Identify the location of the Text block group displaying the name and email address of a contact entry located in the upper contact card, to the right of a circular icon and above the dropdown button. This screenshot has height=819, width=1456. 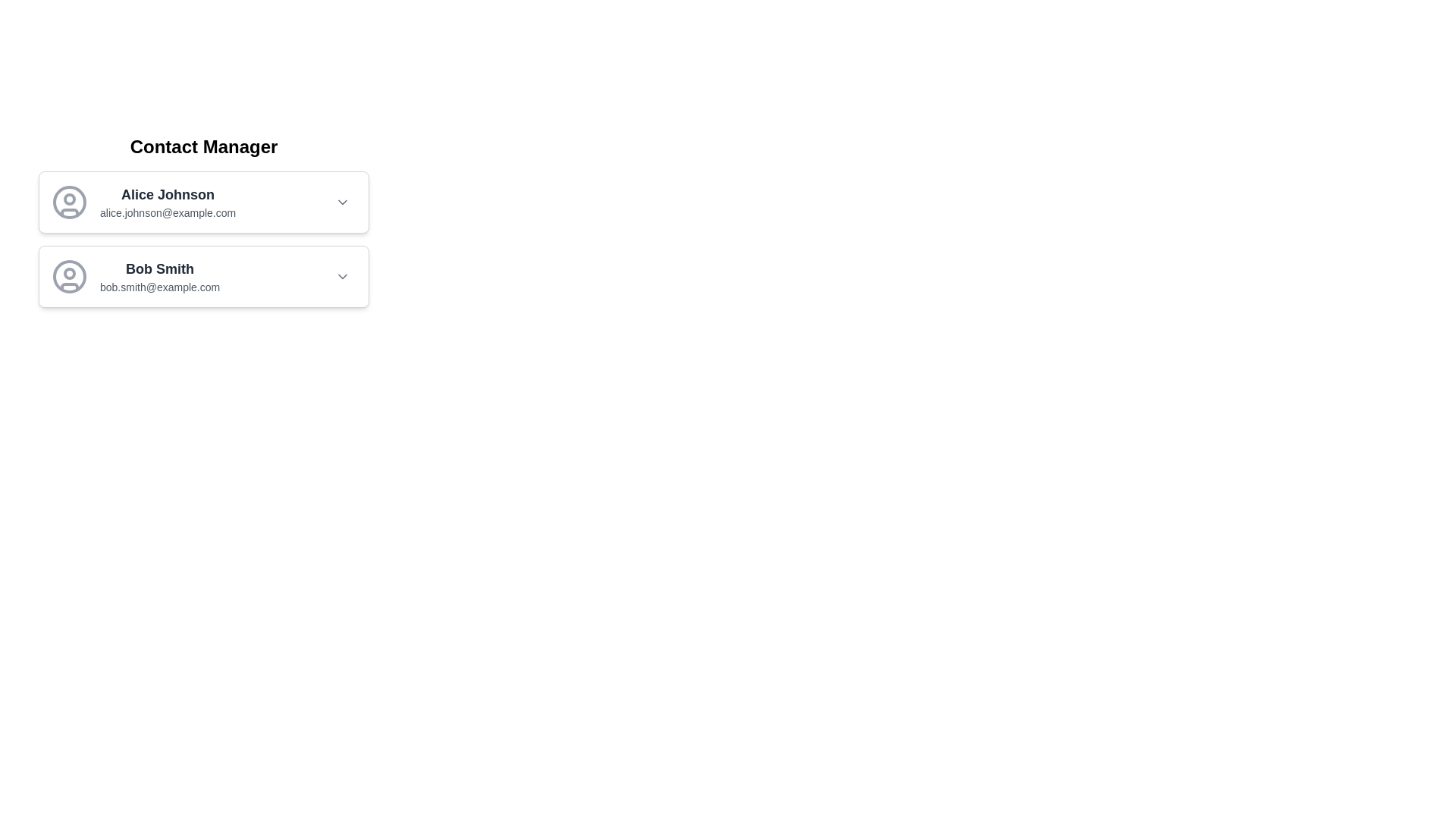
(168, 201).